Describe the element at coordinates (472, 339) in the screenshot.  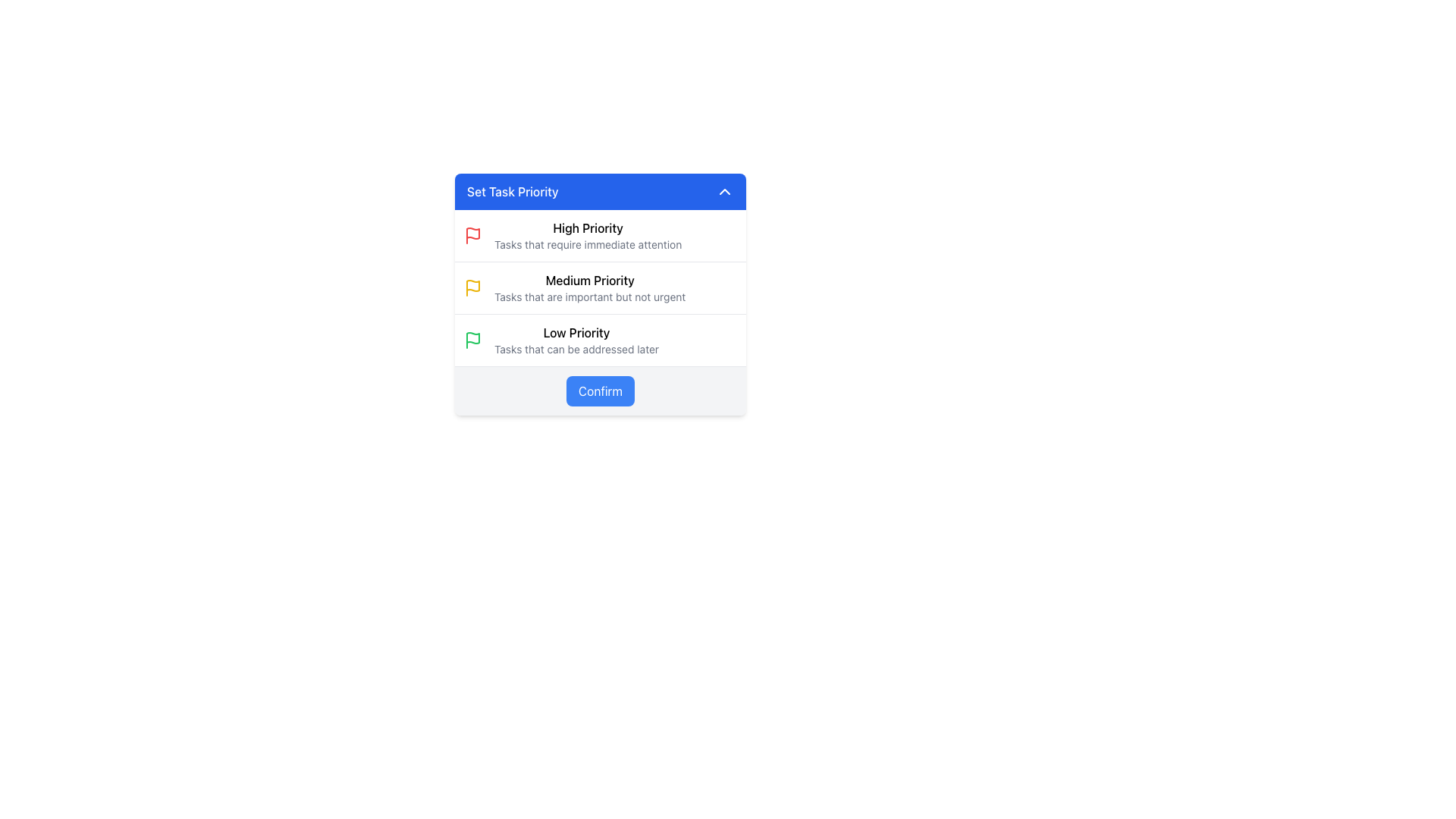
I see `the styling of the green flag icon located to the left of the 'Low Priority' text in the task priority list` at that location.